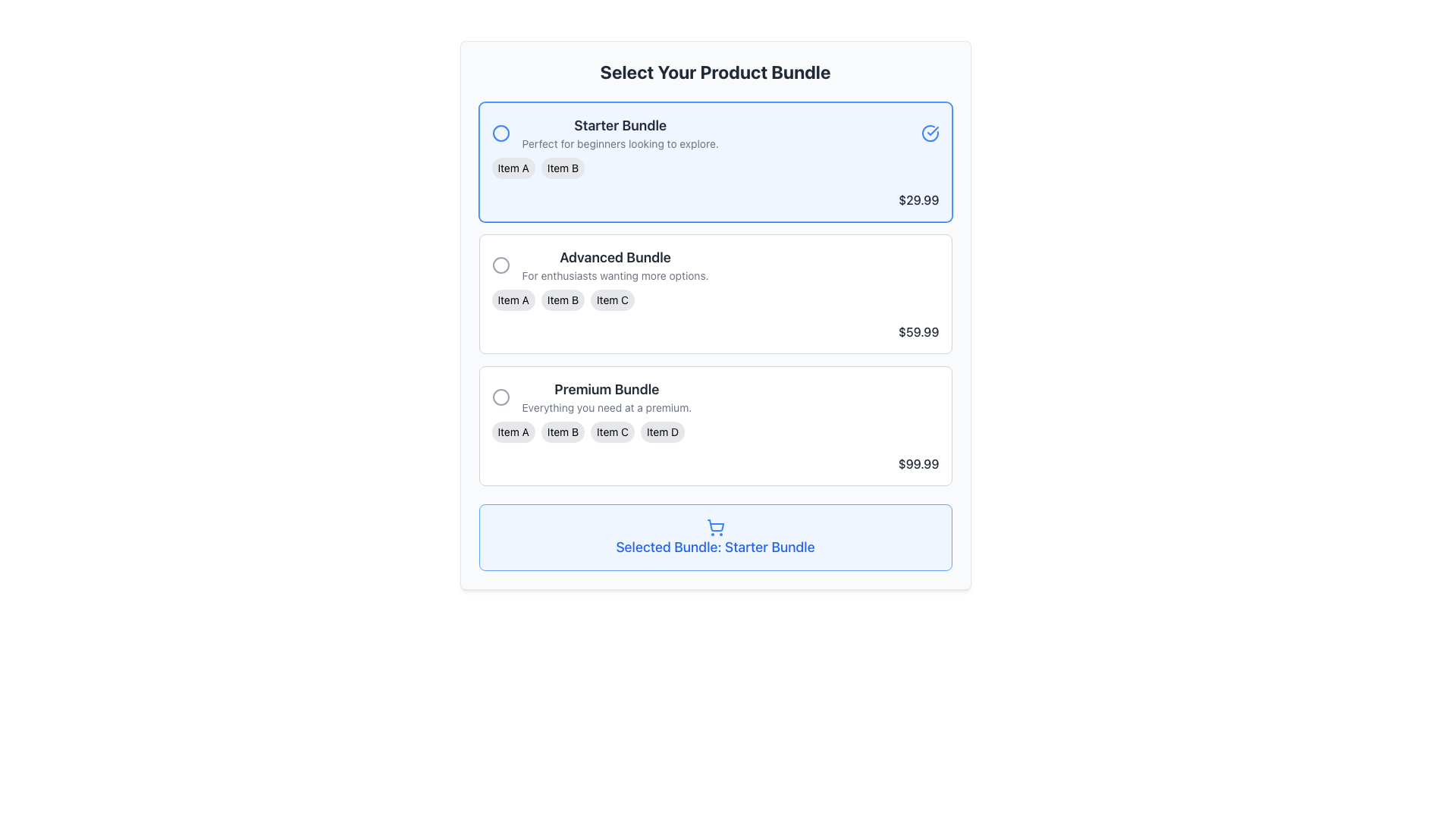  Describe the element at coordinates (929, 133) in the screenshot. I see `the Icon that visually indicates the 'Starter Bundle' is selected, located at the far right of the 'Starter Bundle' card, aligned with the text and pricing details` at that location.